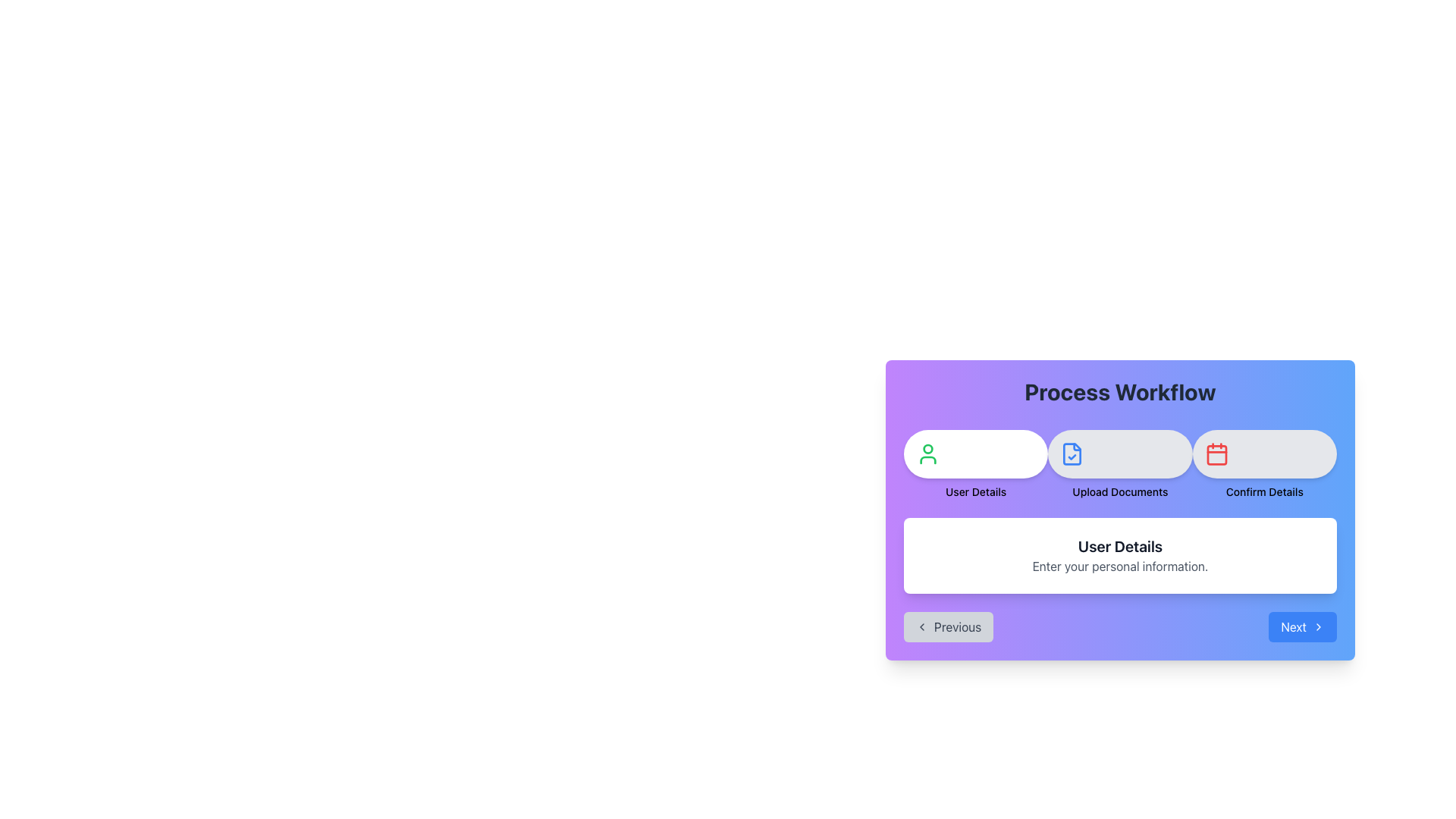 The image size is (1456, 819). Describe the element at coordinates (921, 626) in the screenshot. I see `the left-facing chevron icon that is part of the 'Previous' button, located at the bottom left of the interface` at that location.